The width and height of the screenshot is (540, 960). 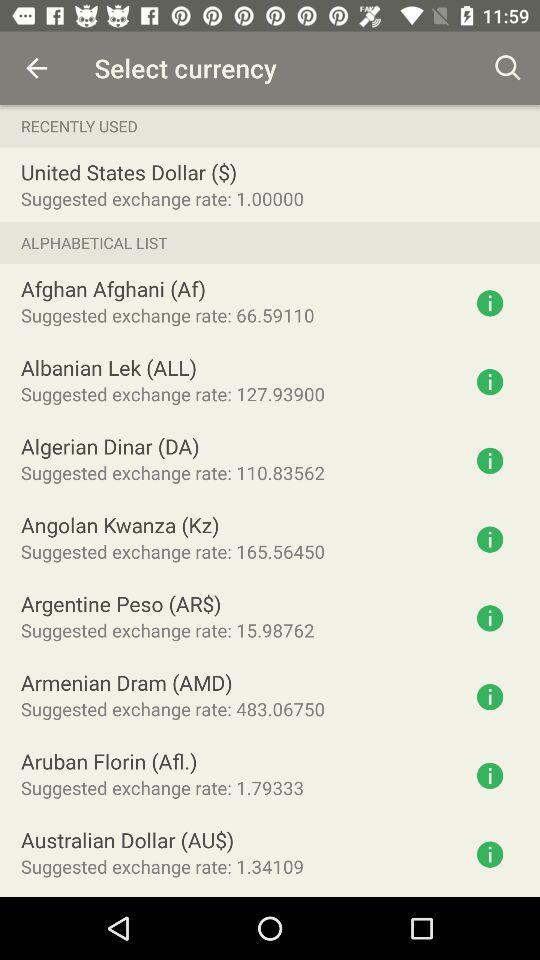 What do you see at coordinates (489, 460) in the screenshot?
I see `more info` at bounding box center [489, 460].